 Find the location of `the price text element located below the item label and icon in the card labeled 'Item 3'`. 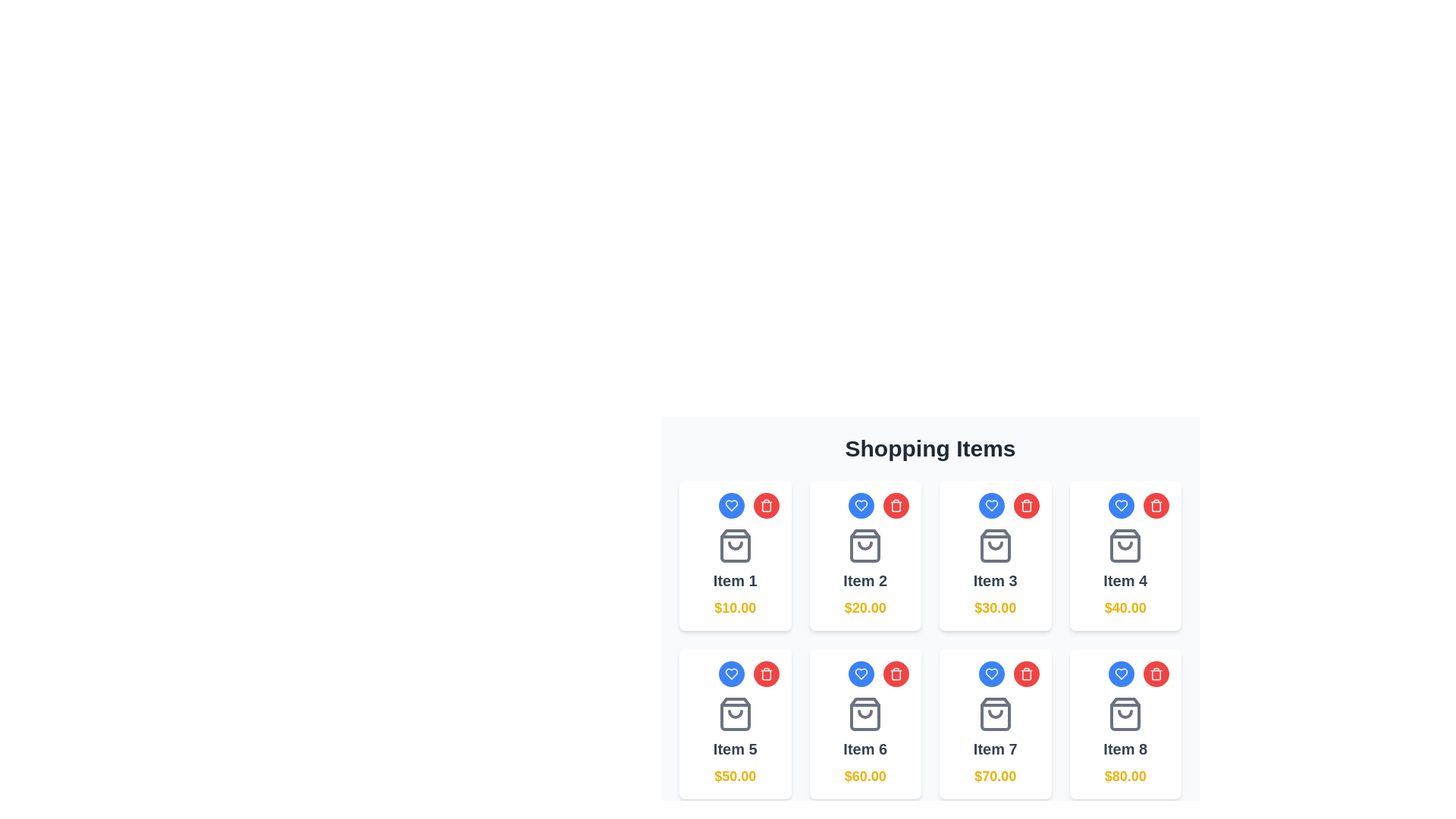

the price text element located below the item label and icon in the card labeled 'Item 3' is located at coordinates (995, 607).